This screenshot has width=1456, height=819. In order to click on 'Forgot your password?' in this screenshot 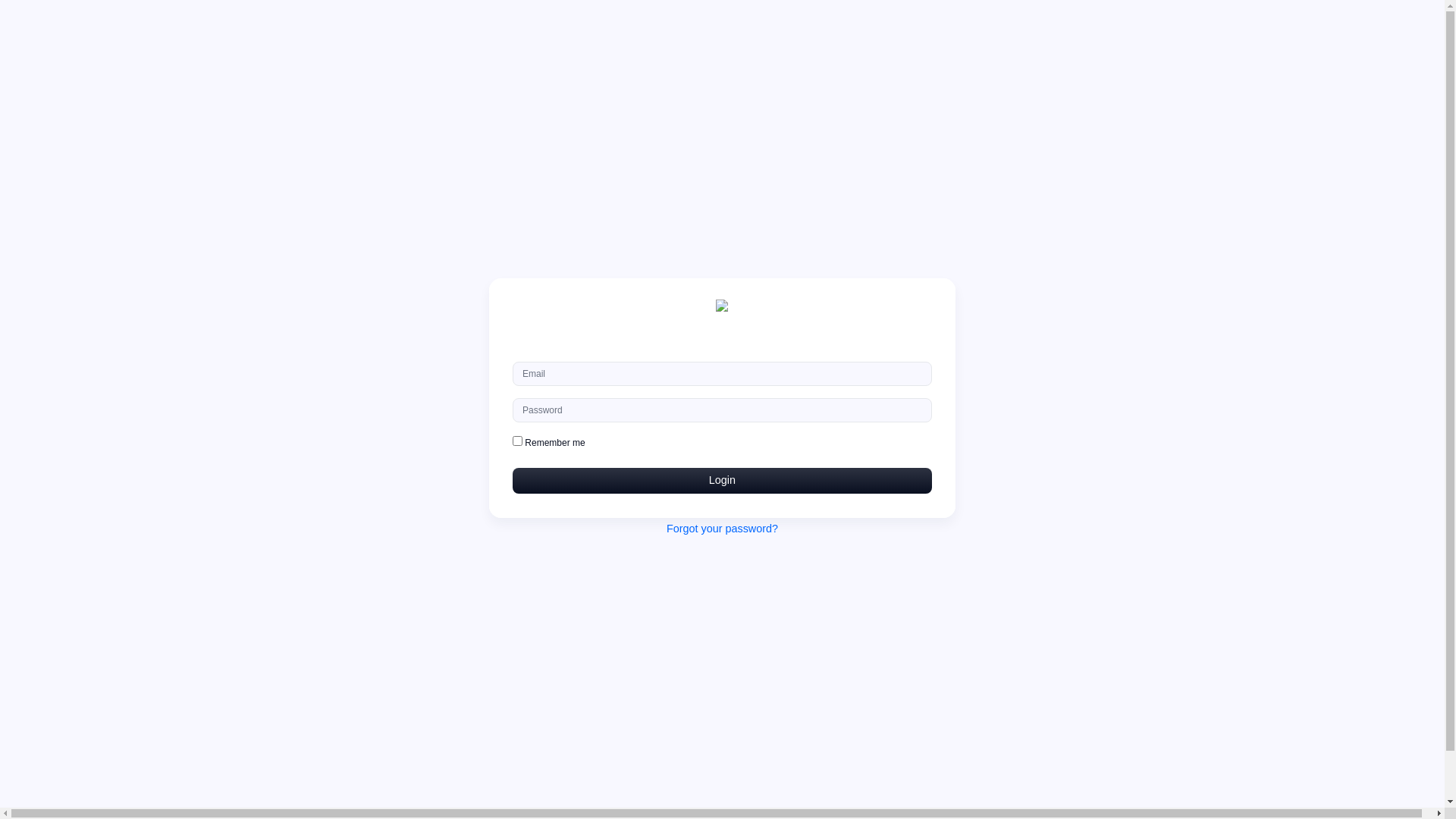, I will do `click(721, 529)`.